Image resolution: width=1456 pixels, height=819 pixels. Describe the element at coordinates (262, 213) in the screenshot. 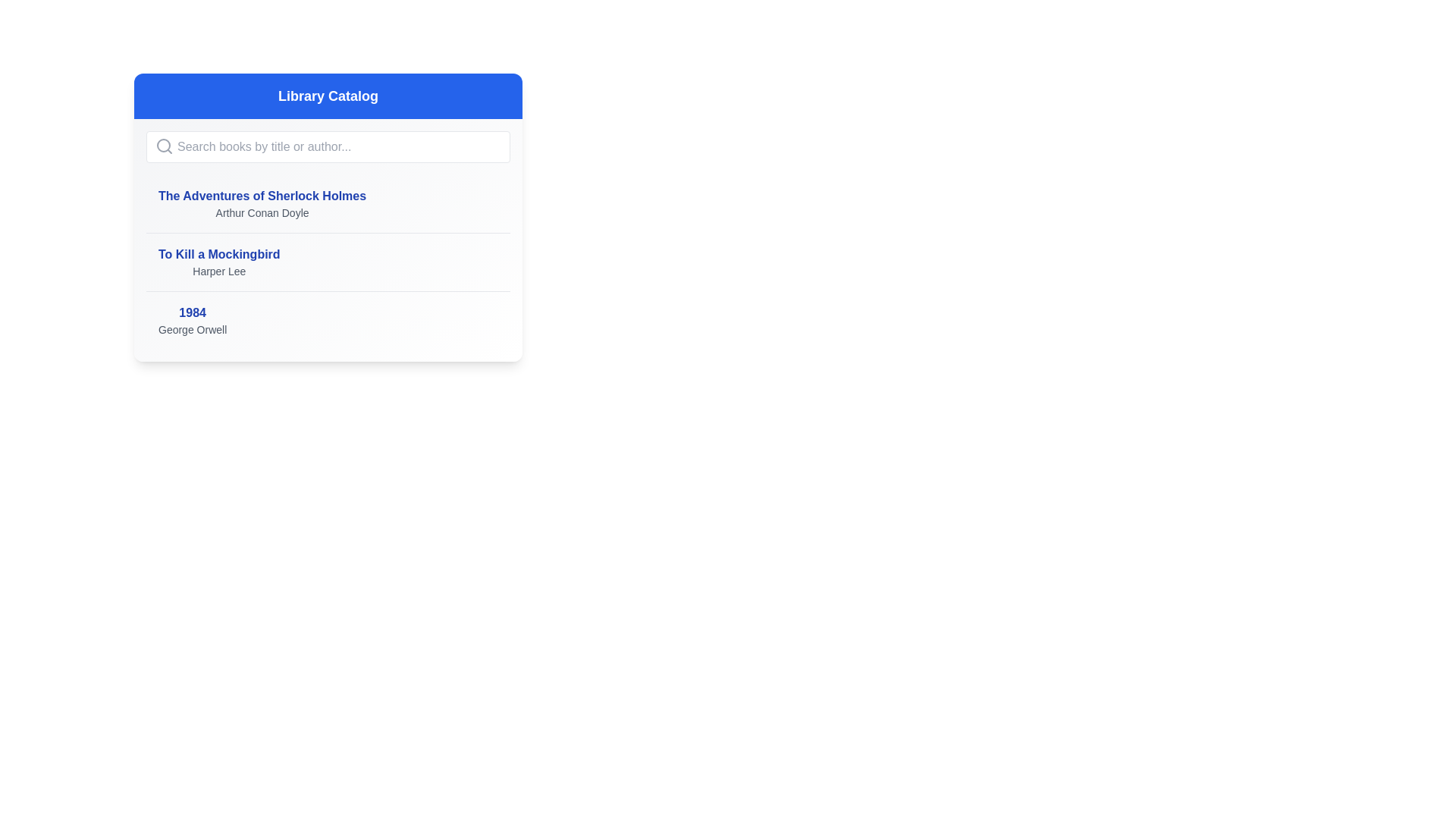

I see `the text label displaying 'Arthur Conan Doyle', which is styled in gray and positioned below the title 'The Adventures of Sherlock Holmes' within the 'Library Catalog' interface` at that location.